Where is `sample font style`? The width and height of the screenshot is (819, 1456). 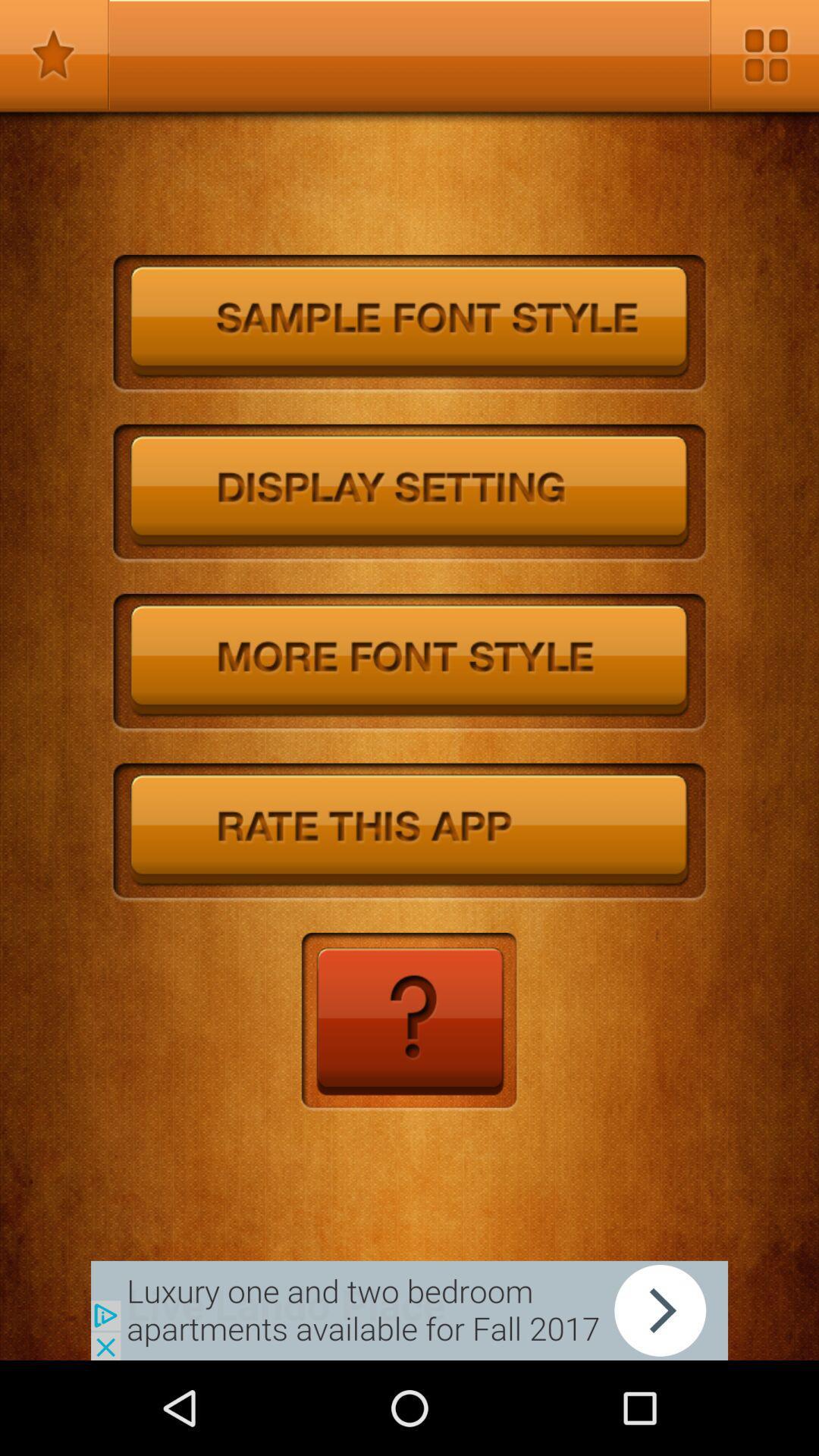
sample font style is located at coordinates (409, 323).